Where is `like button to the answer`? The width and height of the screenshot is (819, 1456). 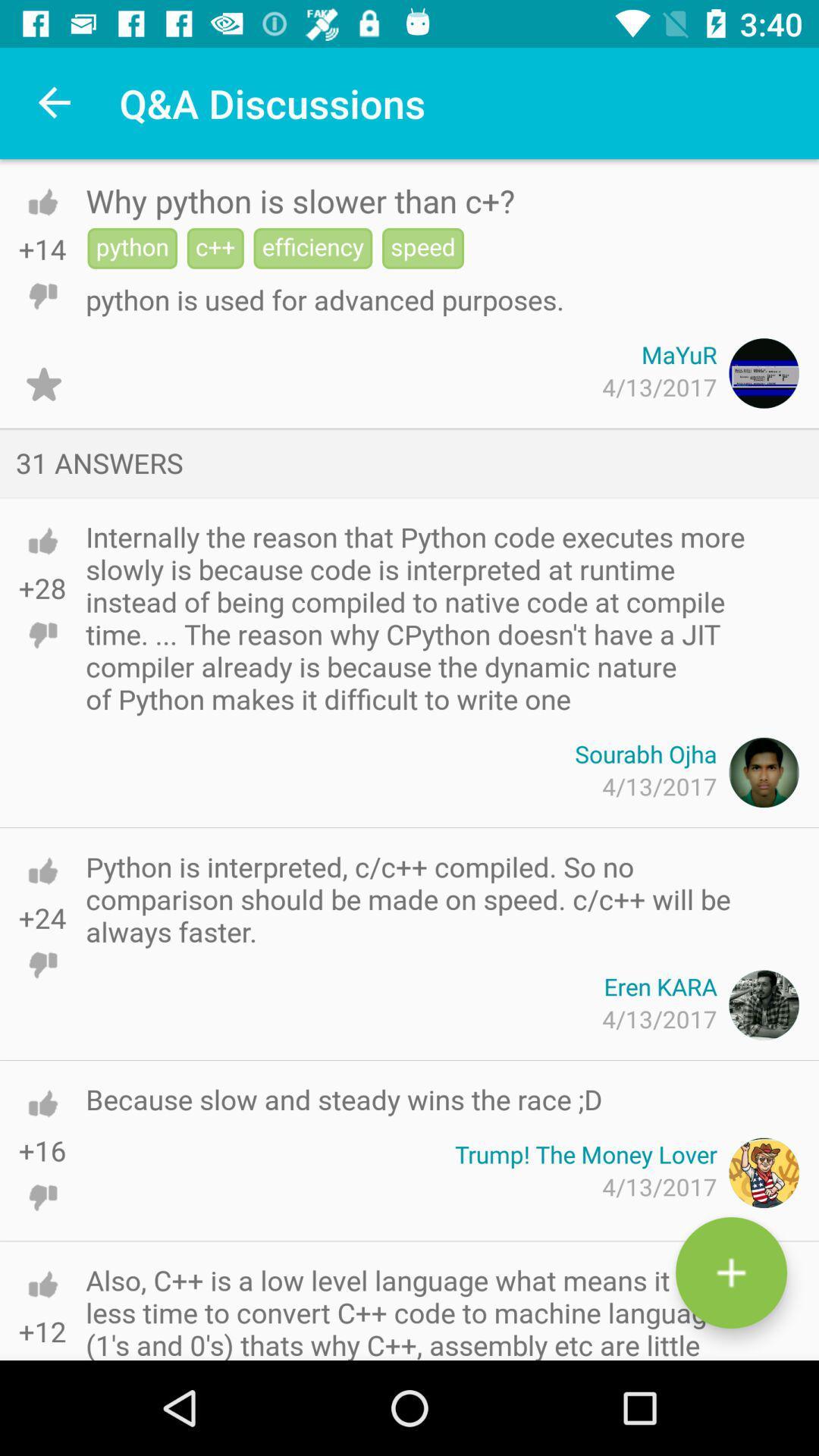
like button to the answer is located at coordinates (42, 871).